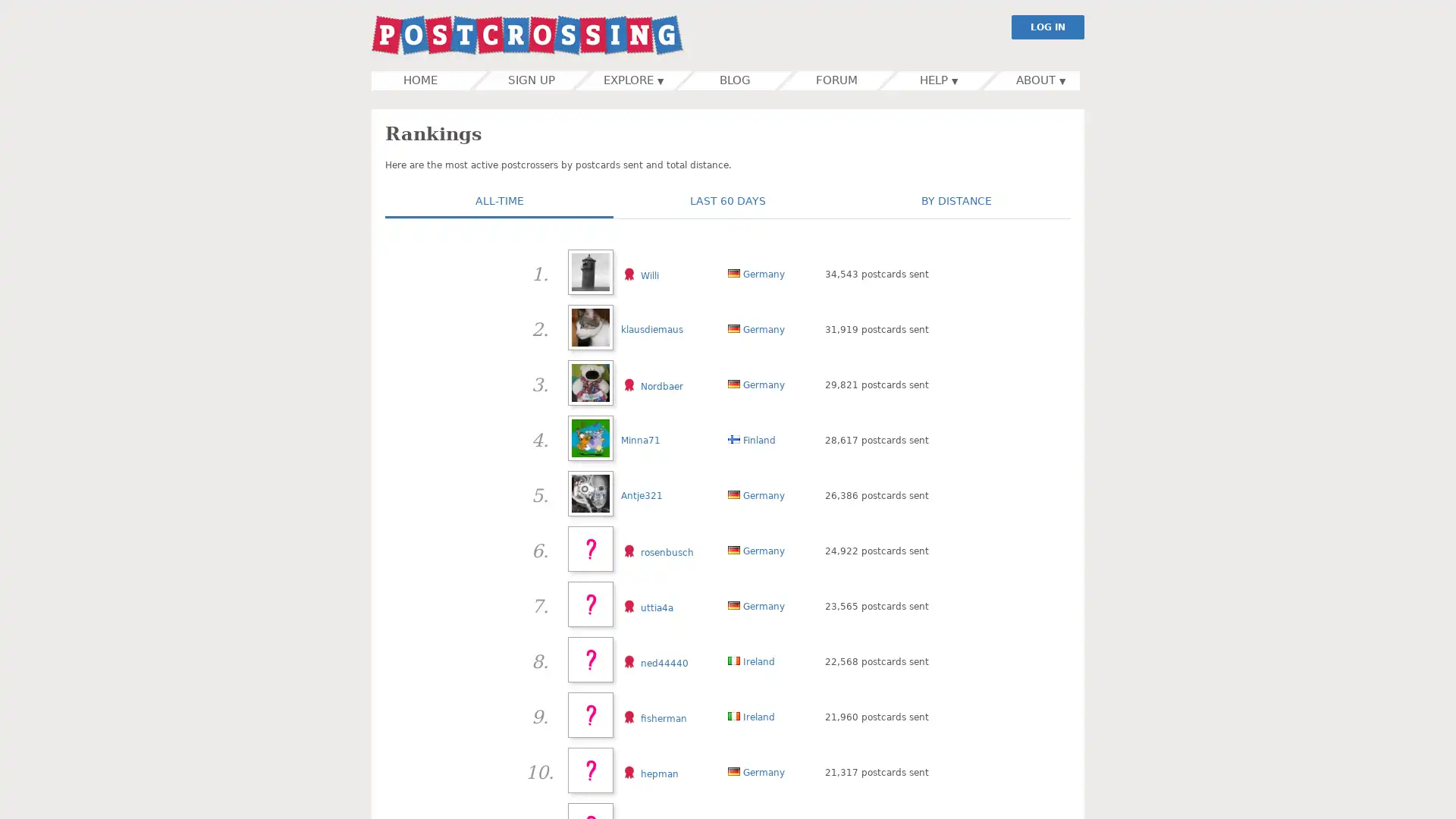  What do you see at coordinates (1047, 27) in the screenshot?
I see `LOG IN` at bounding box center [1047, 27].